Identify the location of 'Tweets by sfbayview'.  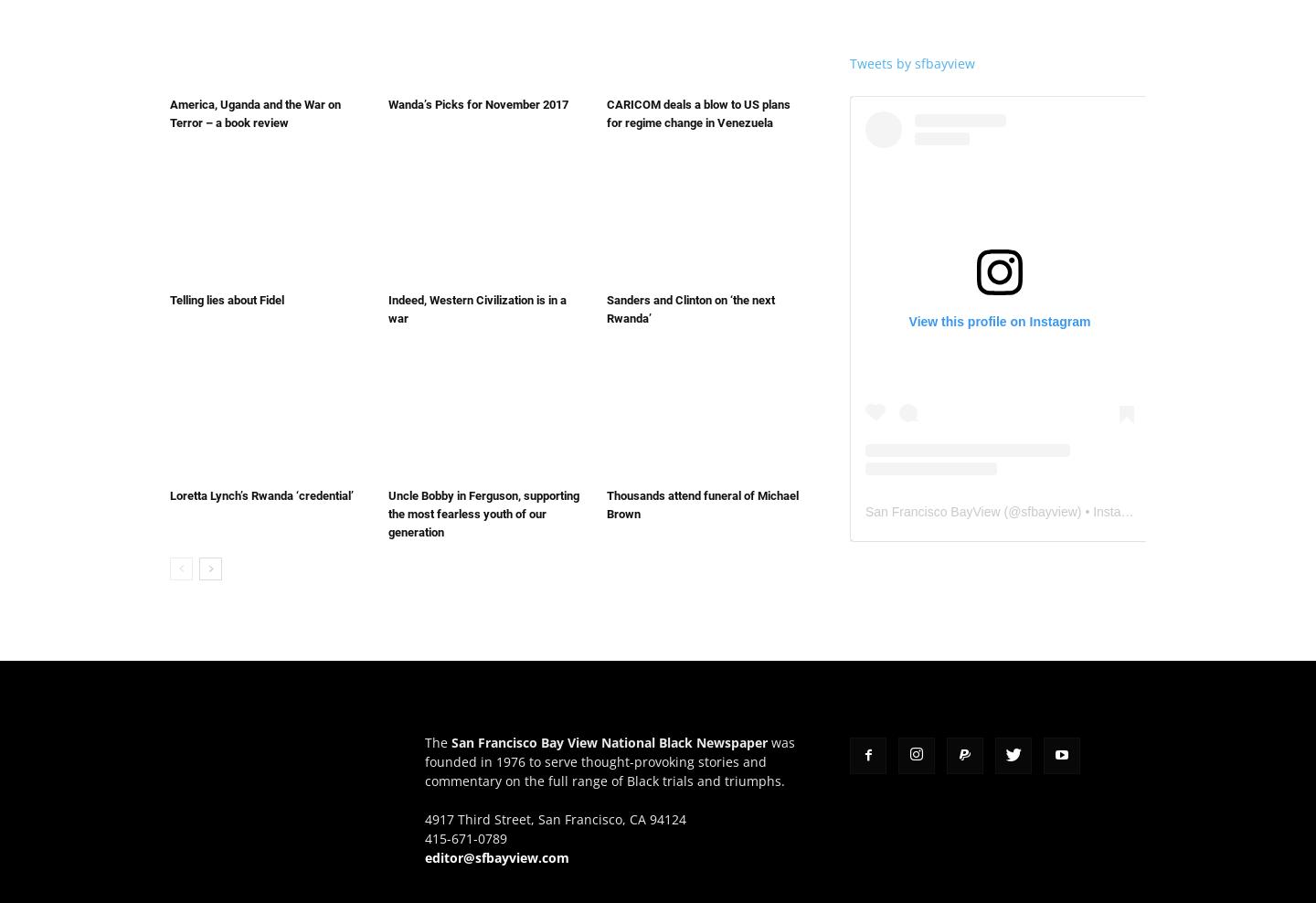
(911, 62).